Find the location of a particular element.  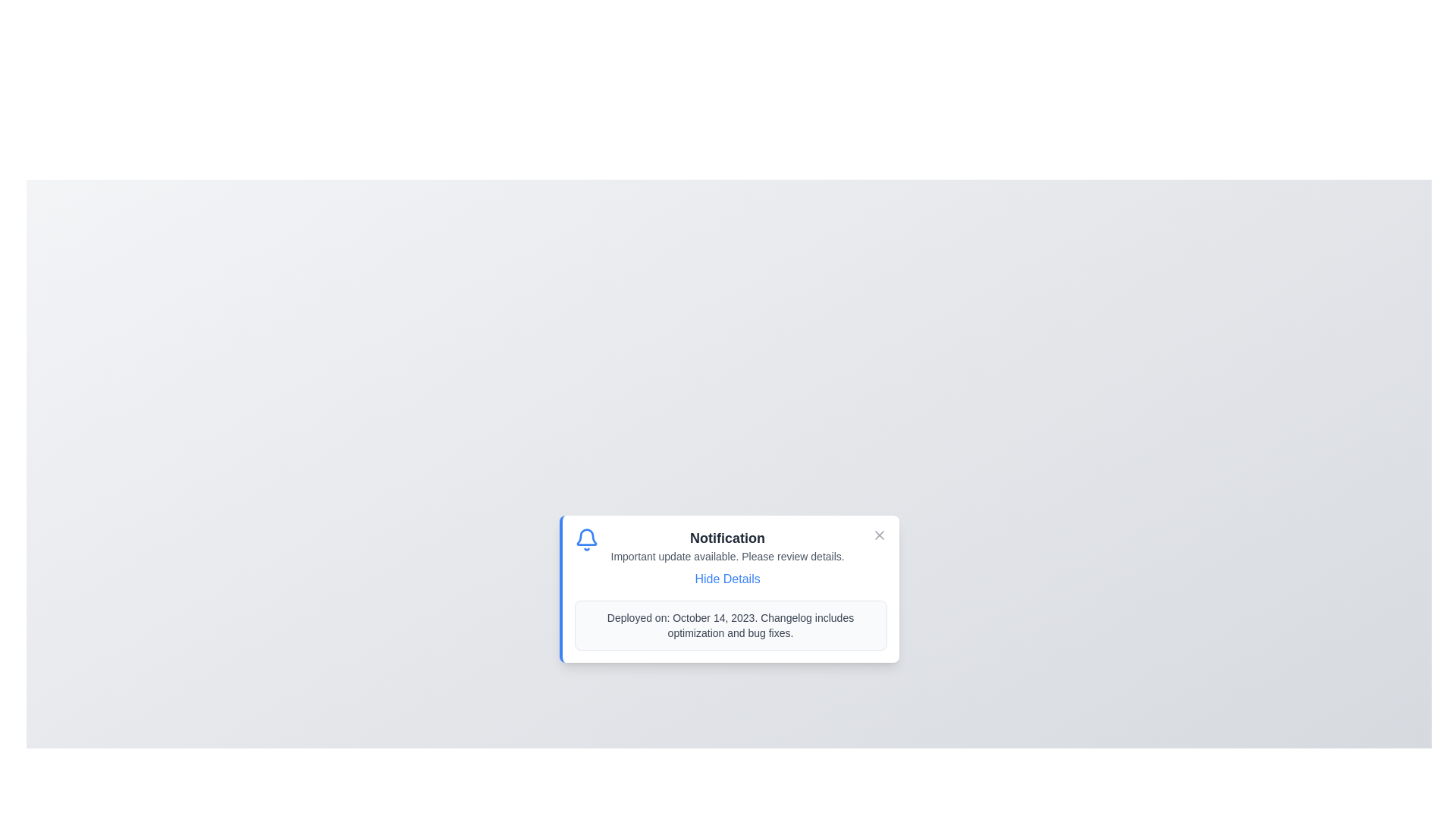

the 'Hide Details' button to toggle the visibility of the notification details section is located at coordinates (726, 579).